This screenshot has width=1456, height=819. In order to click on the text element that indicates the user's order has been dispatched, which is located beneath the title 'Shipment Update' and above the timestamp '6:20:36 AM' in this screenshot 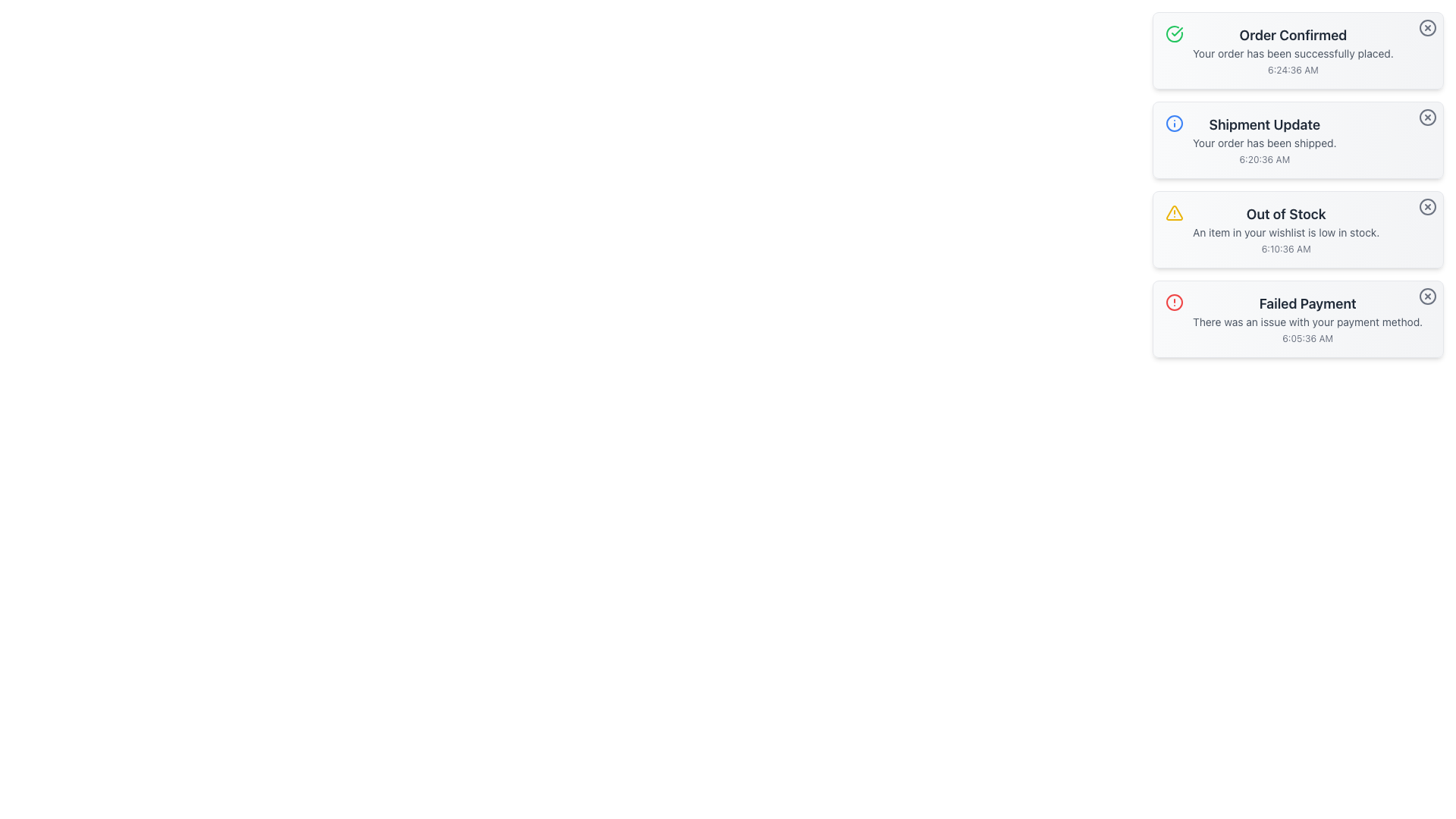, I will do `click(1264, 143)`.